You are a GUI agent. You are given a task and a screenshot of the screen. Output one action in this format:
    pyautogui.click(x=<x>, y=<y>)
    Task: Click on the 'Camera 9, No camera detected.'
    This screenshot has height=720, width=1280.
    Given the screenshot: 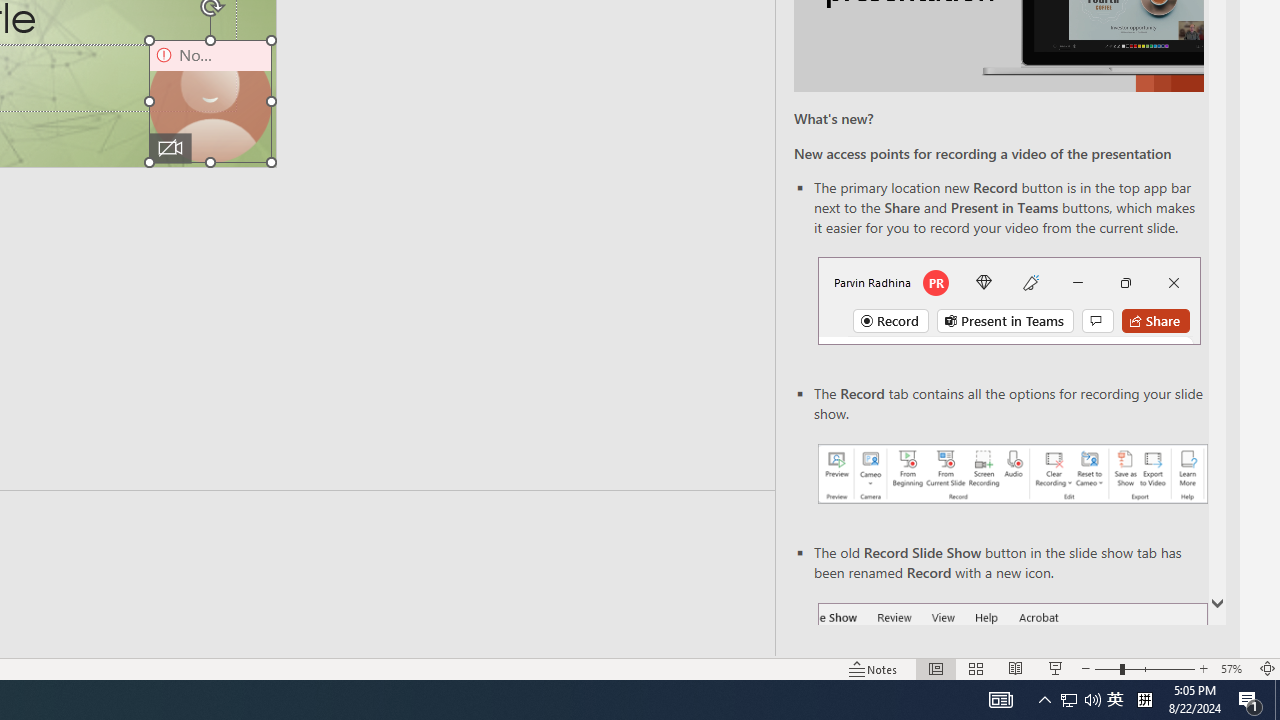 What is the action you would take?
    pyautogui.click(x=210, y=101)
    